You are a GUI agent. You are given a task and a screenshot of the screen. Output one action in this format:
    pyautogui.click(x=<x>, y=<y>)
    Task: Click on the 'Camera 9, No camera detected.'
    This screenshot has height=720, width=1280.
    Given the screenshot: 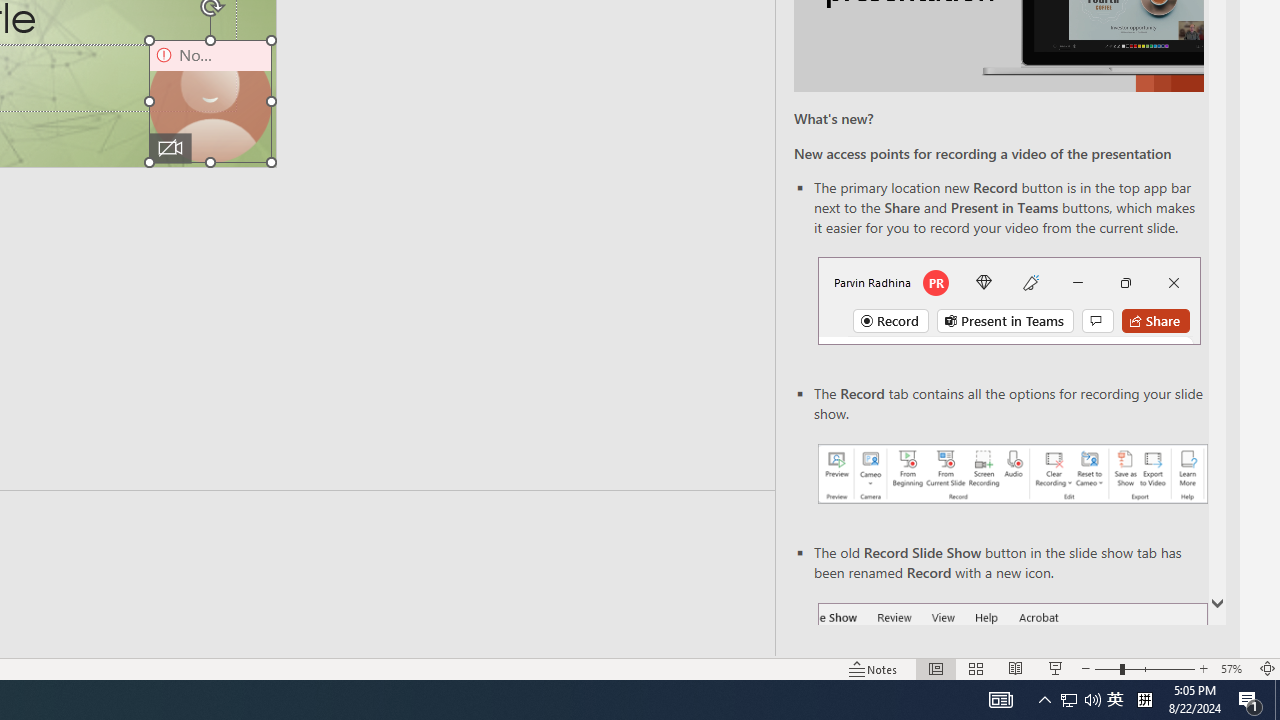 What is the action you would take?
    pyautogui.click(x=210, y=101)
    